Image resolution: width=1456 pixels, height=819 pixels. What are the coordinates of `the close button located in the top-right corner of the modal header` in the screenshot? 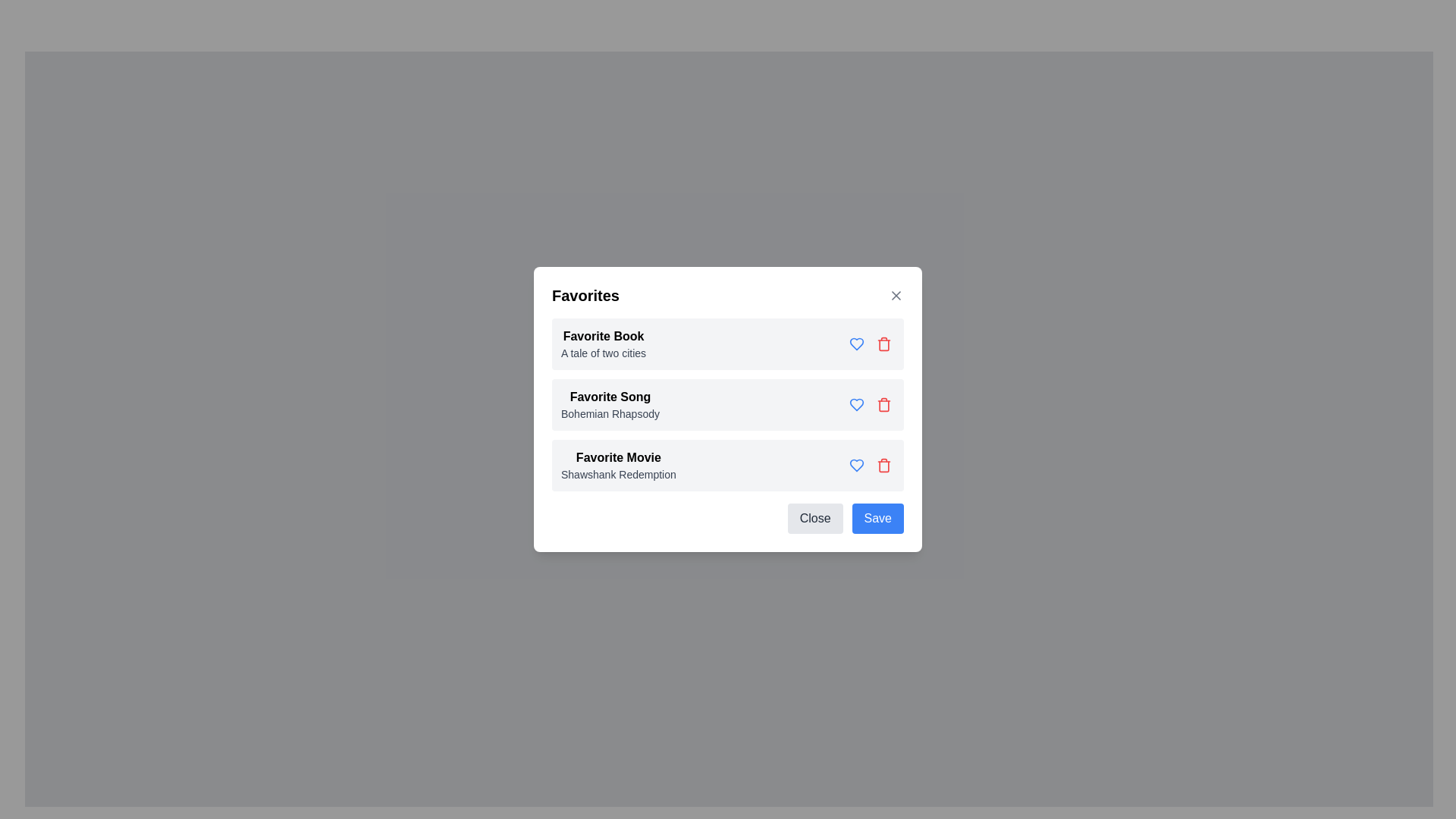 It's located at (896, 295).